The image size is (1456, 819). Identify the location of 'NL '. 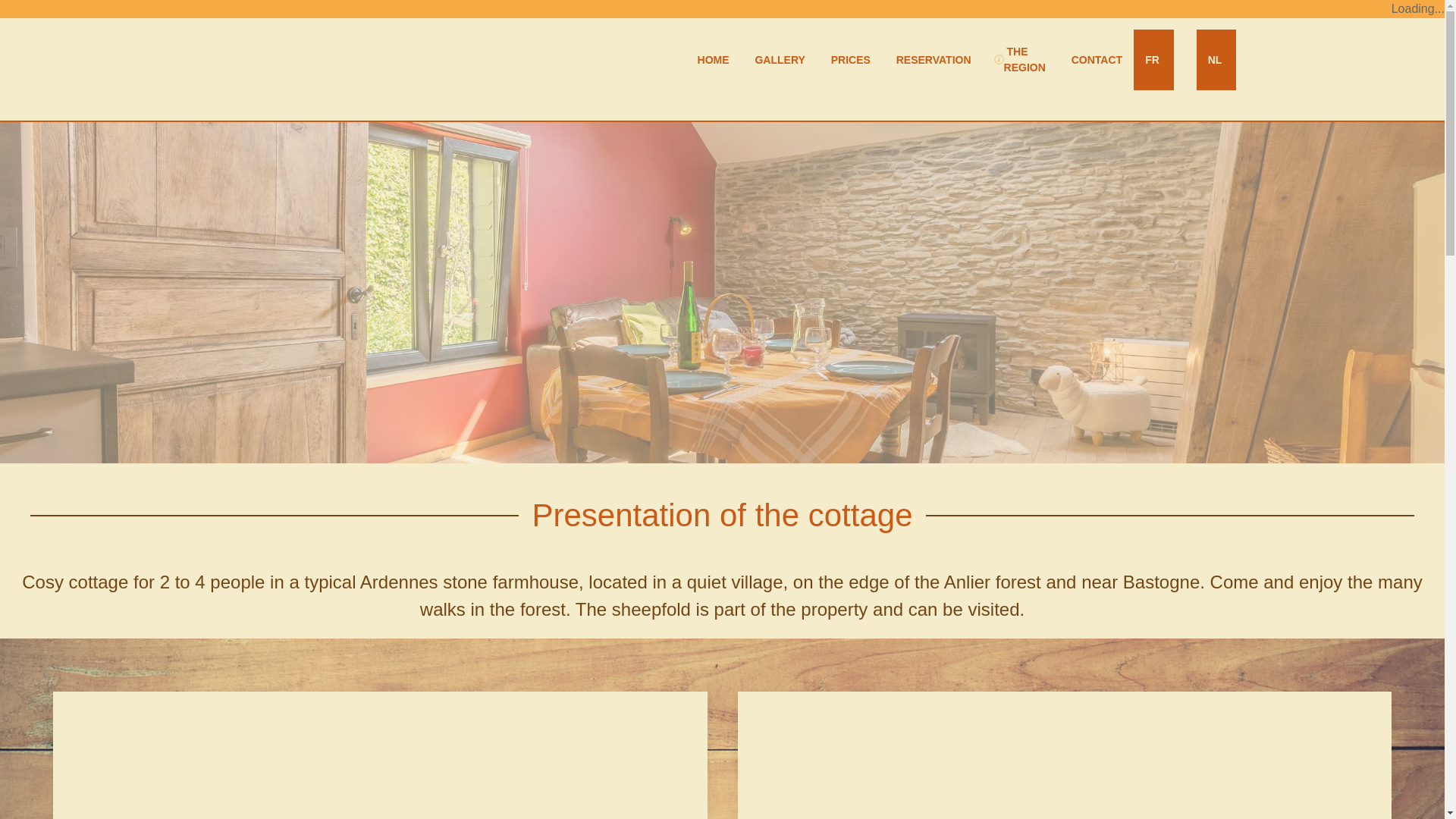
(1216, 58).